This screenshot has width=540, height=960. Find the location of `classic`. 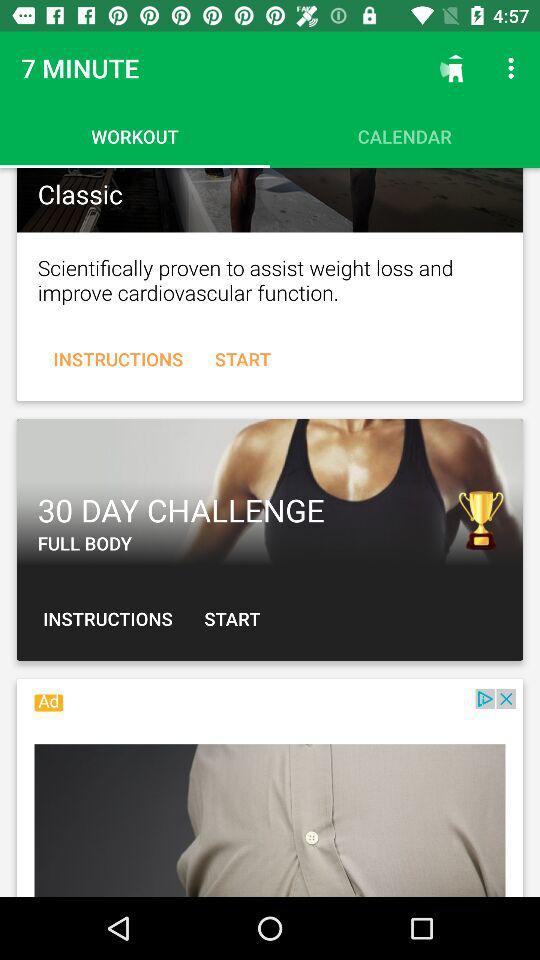

classic is located at coordinates (270, 200).